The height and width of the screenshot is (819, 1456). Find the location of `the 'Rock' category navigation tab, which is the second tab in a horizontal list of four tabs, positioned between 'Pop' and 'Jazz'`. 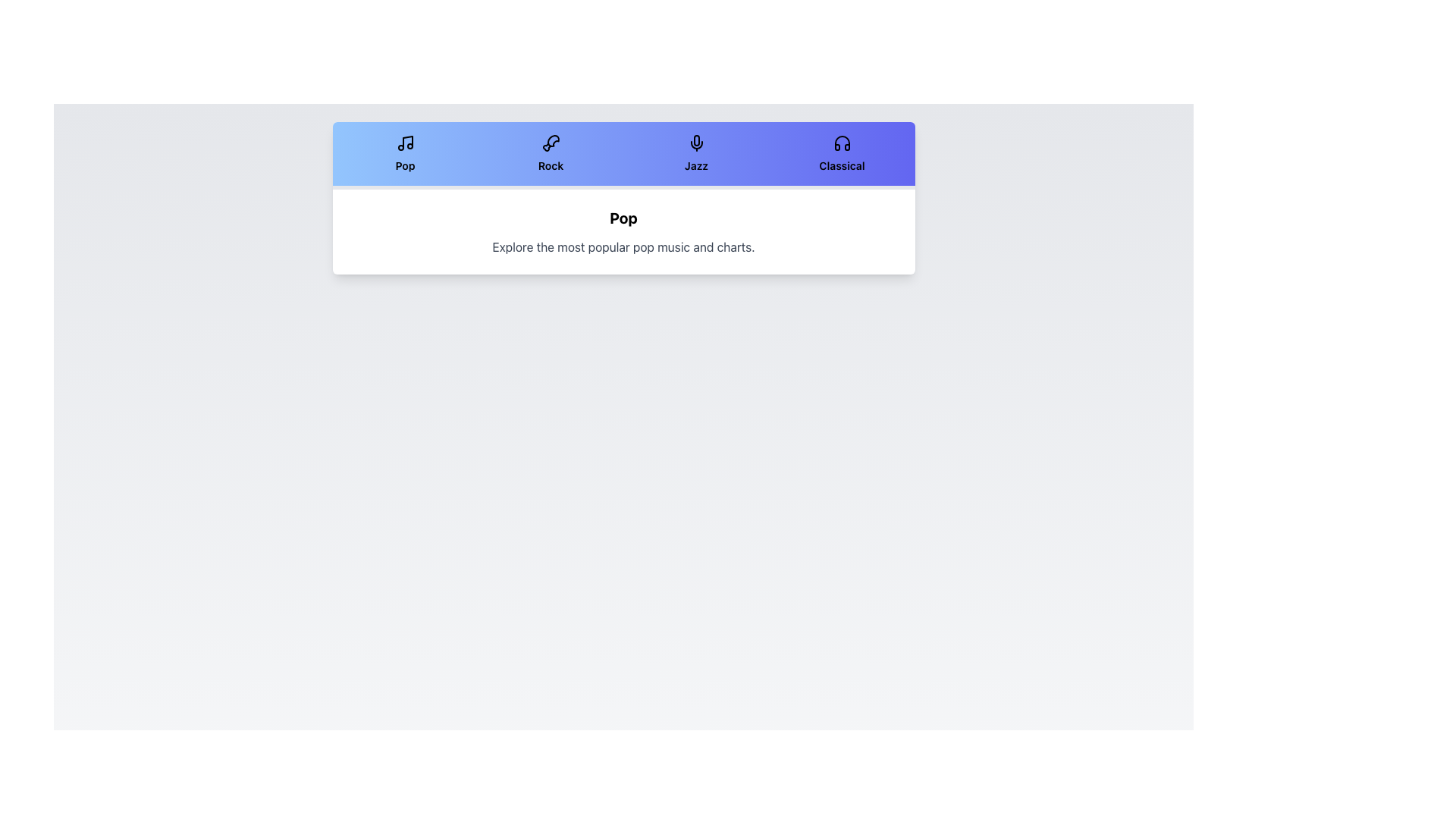

the 'Rock' category navigation tab, which is the second tab in a horizontal list of four tabs, positioned between 'Pop' and 'Jazz' is located at coordinates (550, 155).